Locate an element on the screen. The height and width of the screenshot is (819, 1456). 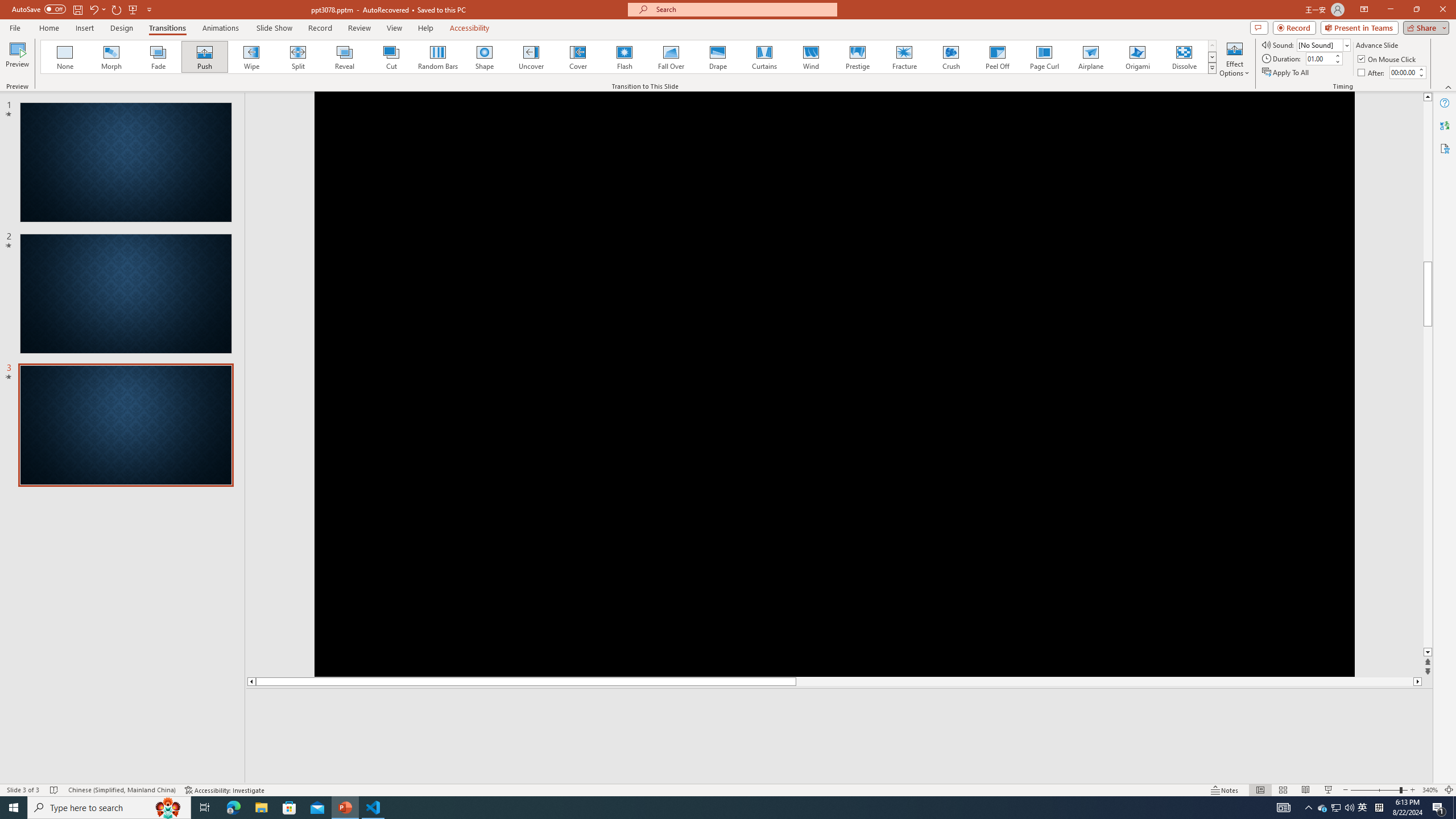
'Crush' is located at coordinates (950, 56).